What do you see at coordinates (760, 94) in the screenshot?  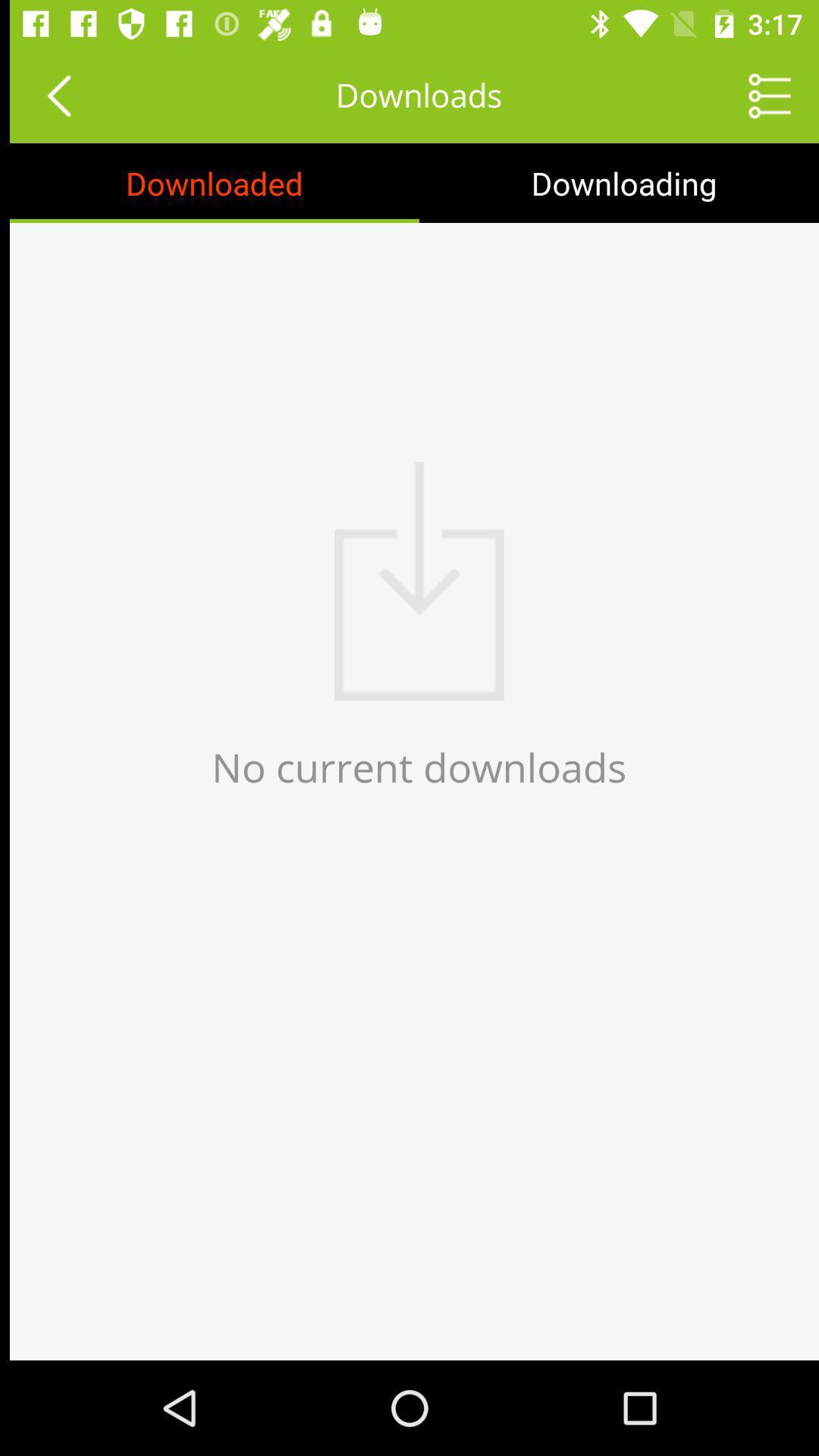 I see `settings` at bounding box center [760, 94].